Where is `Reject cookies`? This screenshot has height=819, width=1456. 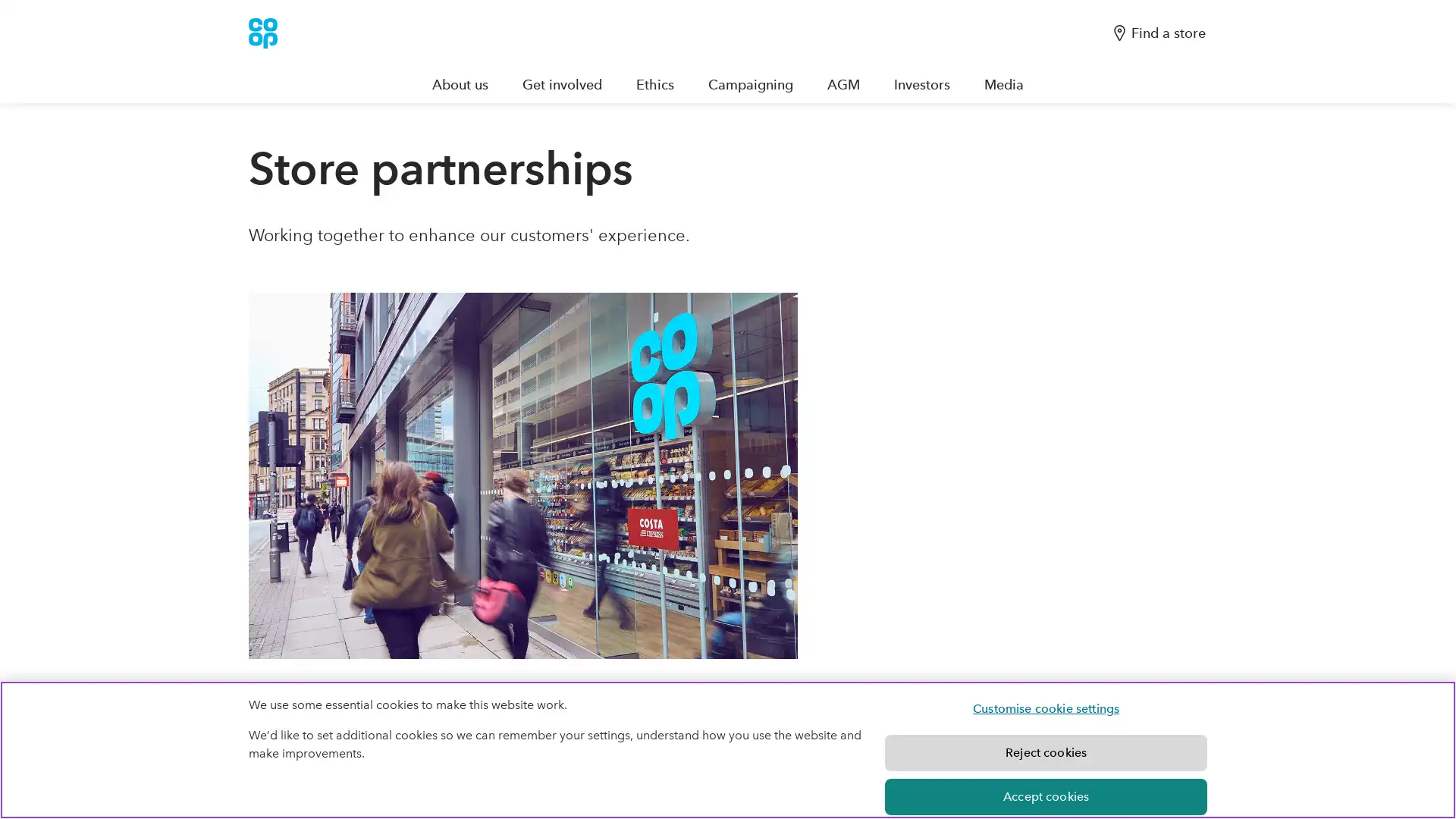 Reject cookies is located at coordinates (1044, 752).